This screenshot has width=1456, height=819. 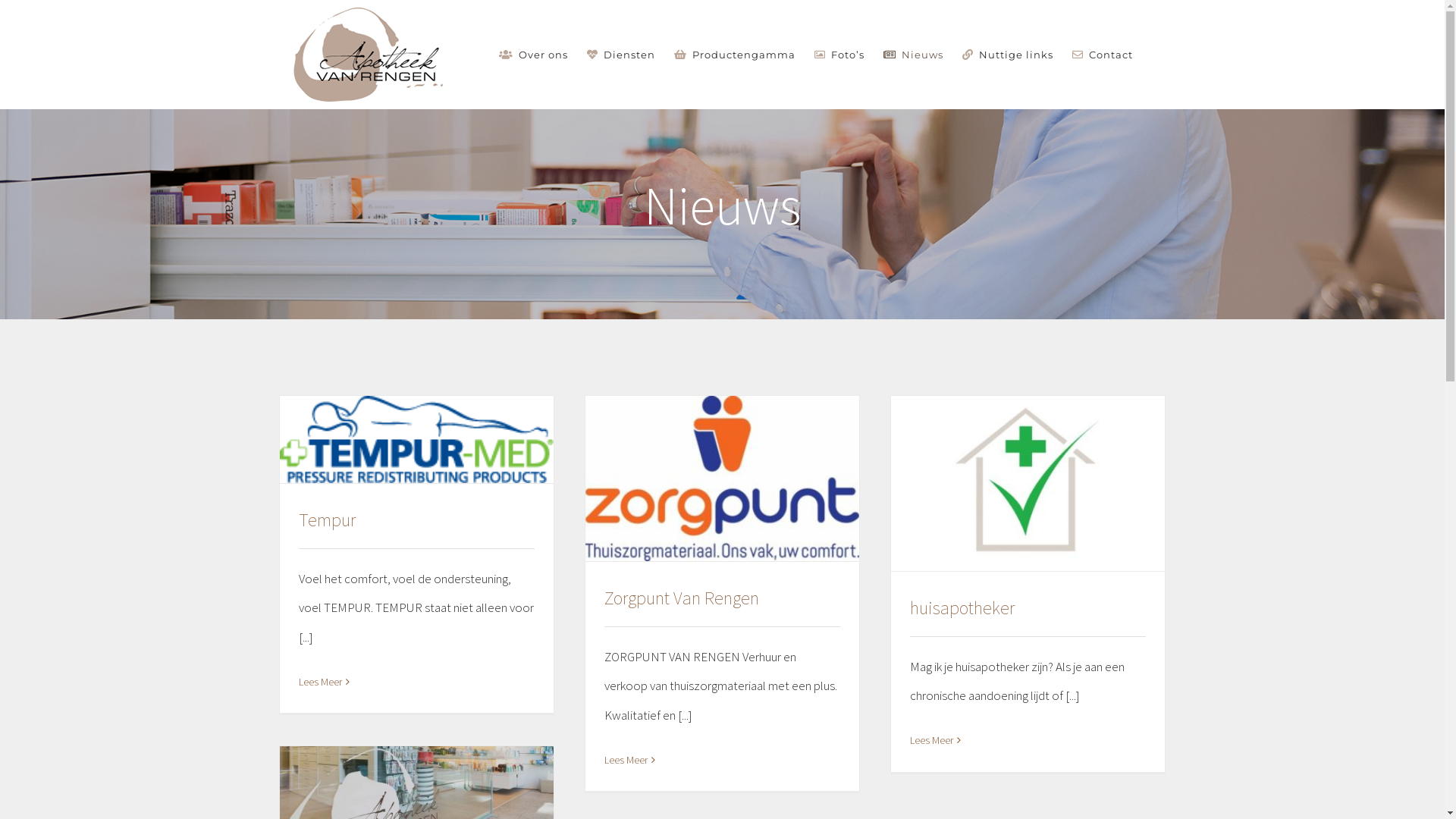 What do you see at coordinates (319, 681) in the screenshot?
I see `'Lees Meer'` at bounding box center [319, 681].